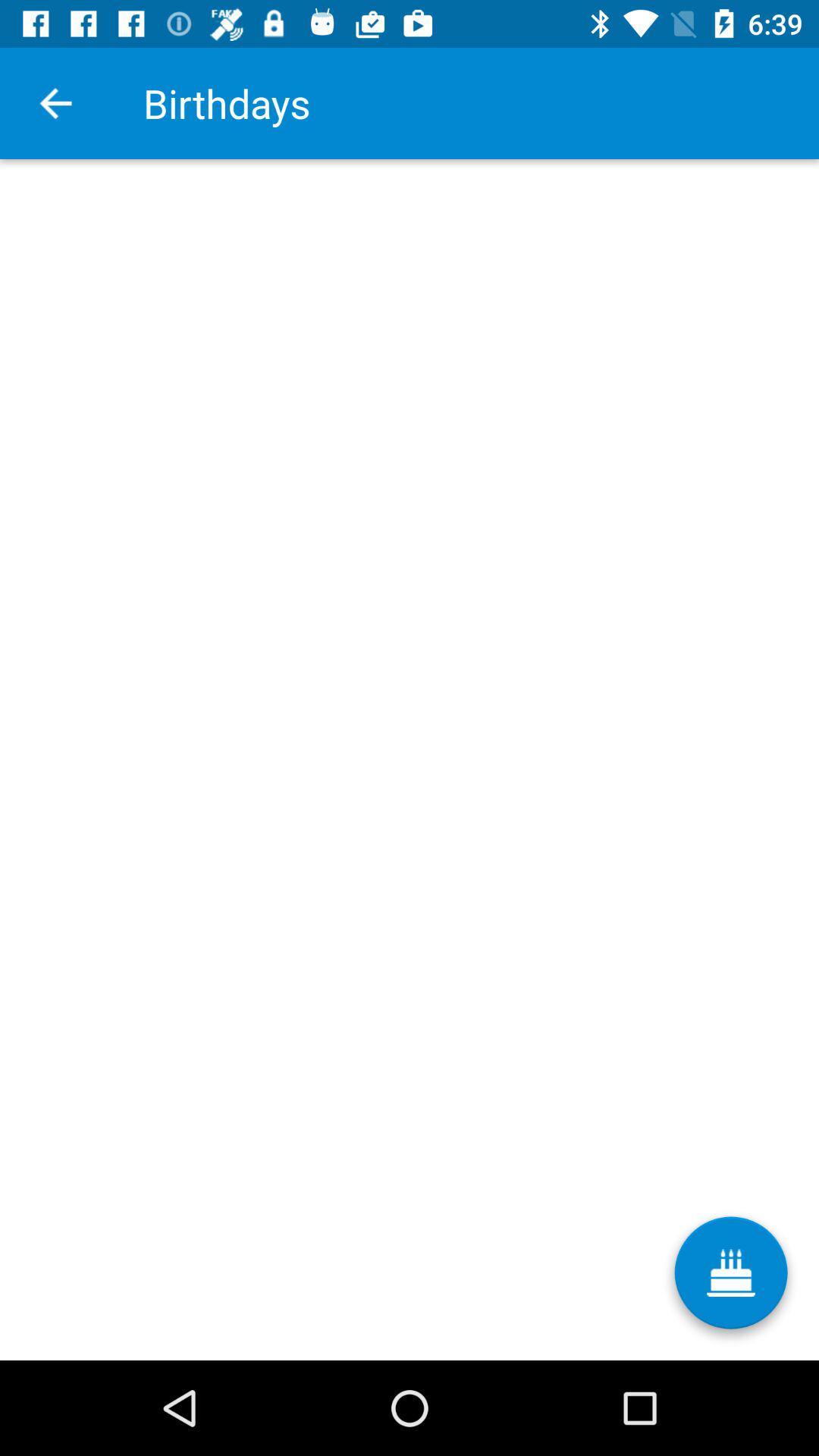 The width and height of the screenshot is (819, 1456). I want to click on icon to the left of birthdays, so click(55, 102).